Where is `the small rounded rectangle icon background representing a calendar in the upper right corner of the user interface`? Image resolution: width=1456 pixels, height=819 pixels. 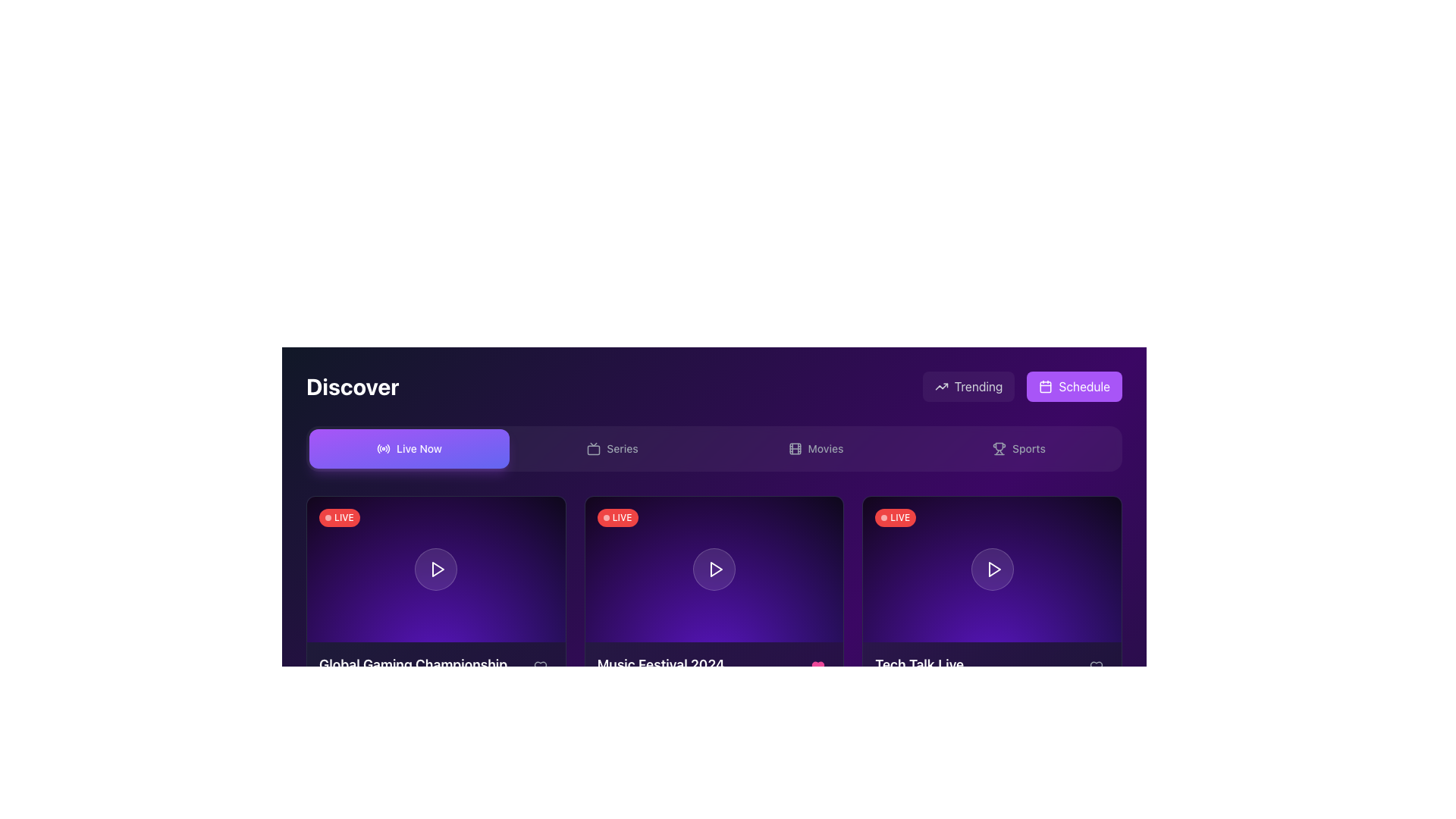 the small rounded rectangle icon background representing a calendar in the upper right corner of the user interface is located at coordinates (1045, 386).